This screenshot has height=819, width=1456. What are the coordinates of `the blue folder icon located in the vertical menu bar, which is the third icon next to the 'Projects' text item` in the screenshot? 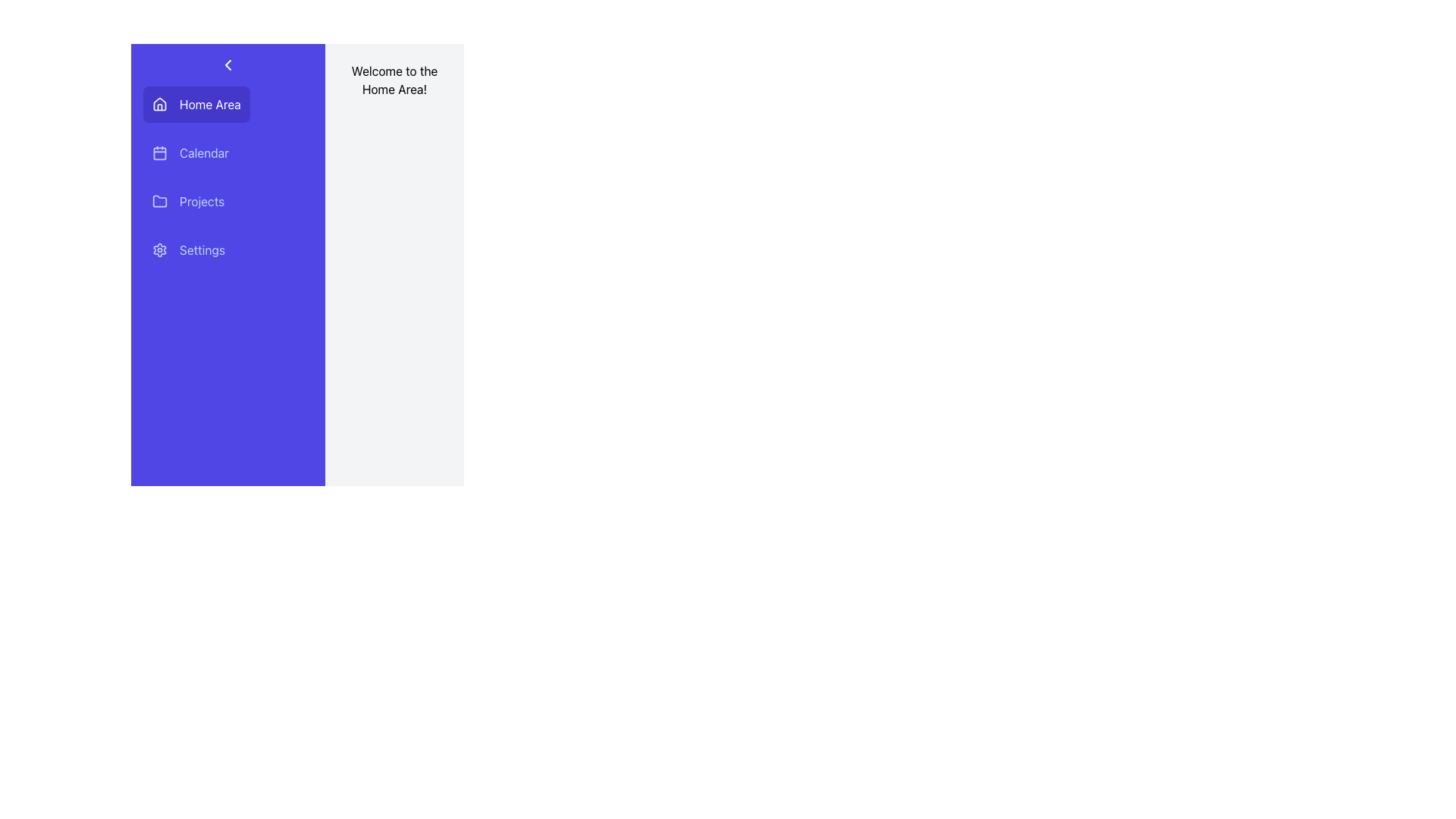 It's located at (160, 200).